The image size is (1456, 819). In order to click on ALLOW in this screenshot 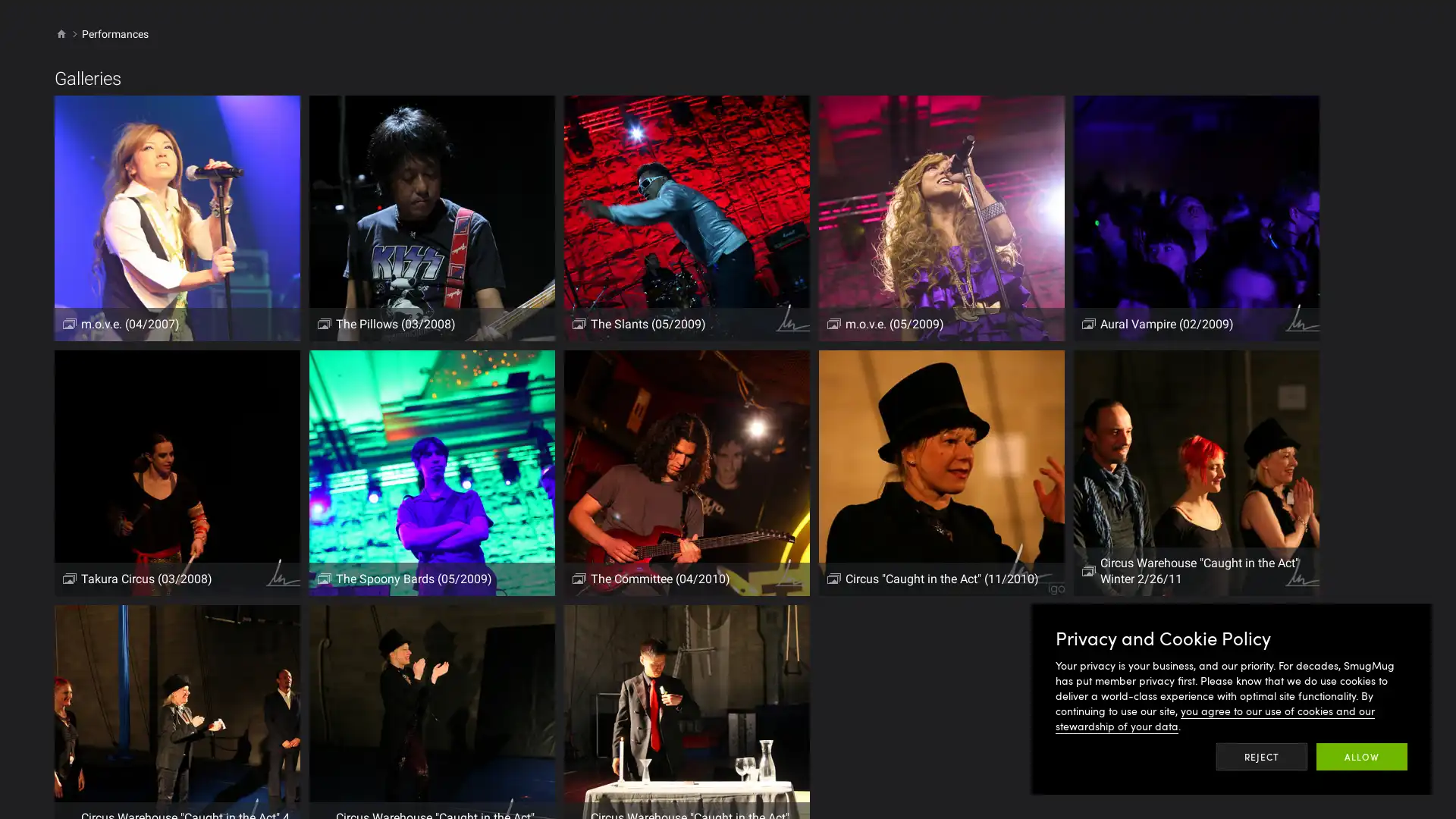, I will do `click(1361, 757)`.